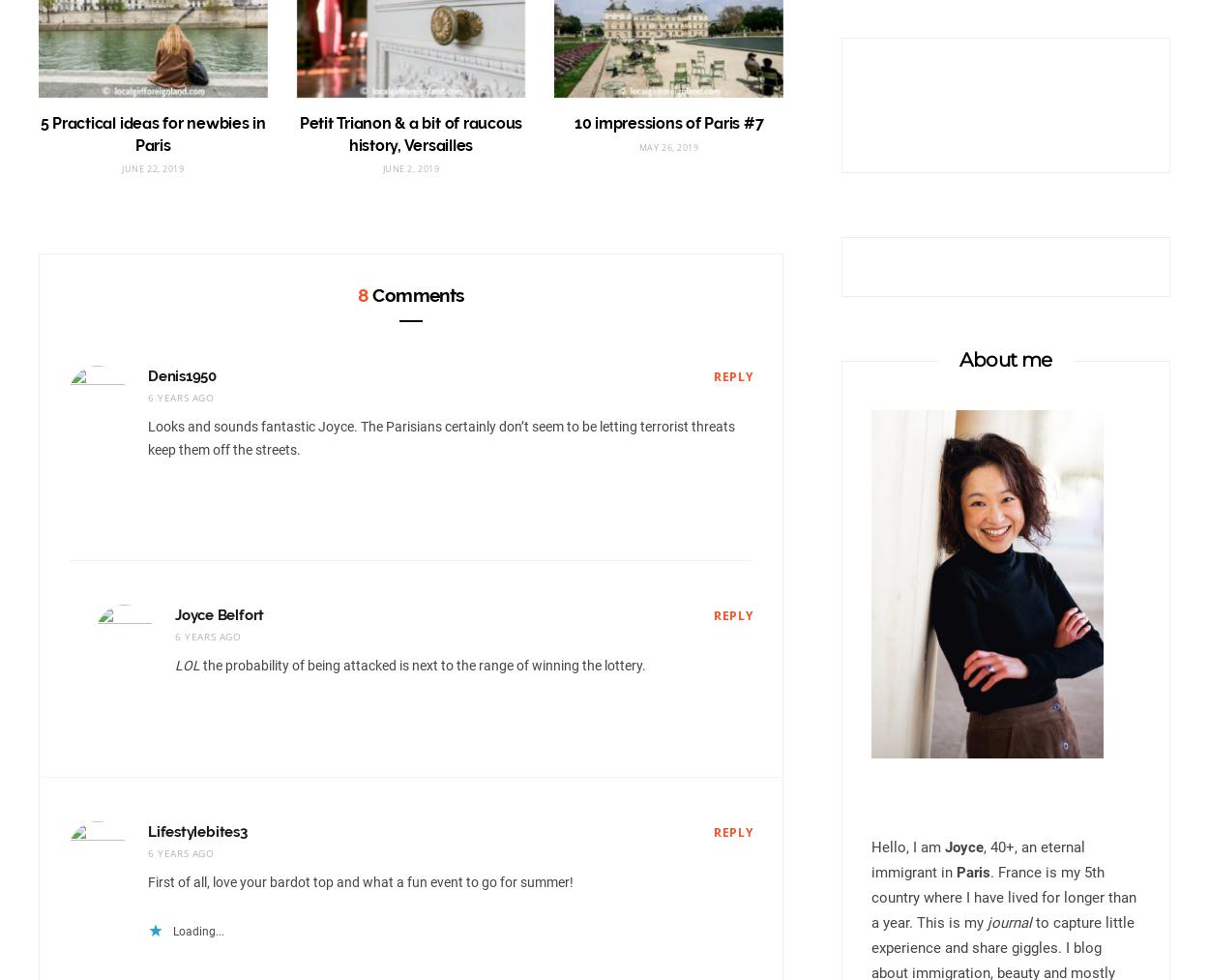 The height and width of the screenshot is (980, 1209). What do you see at coordinates (1010, 922) in the screenshot?
I see `'journal'` at bounding box center [1010, 922].